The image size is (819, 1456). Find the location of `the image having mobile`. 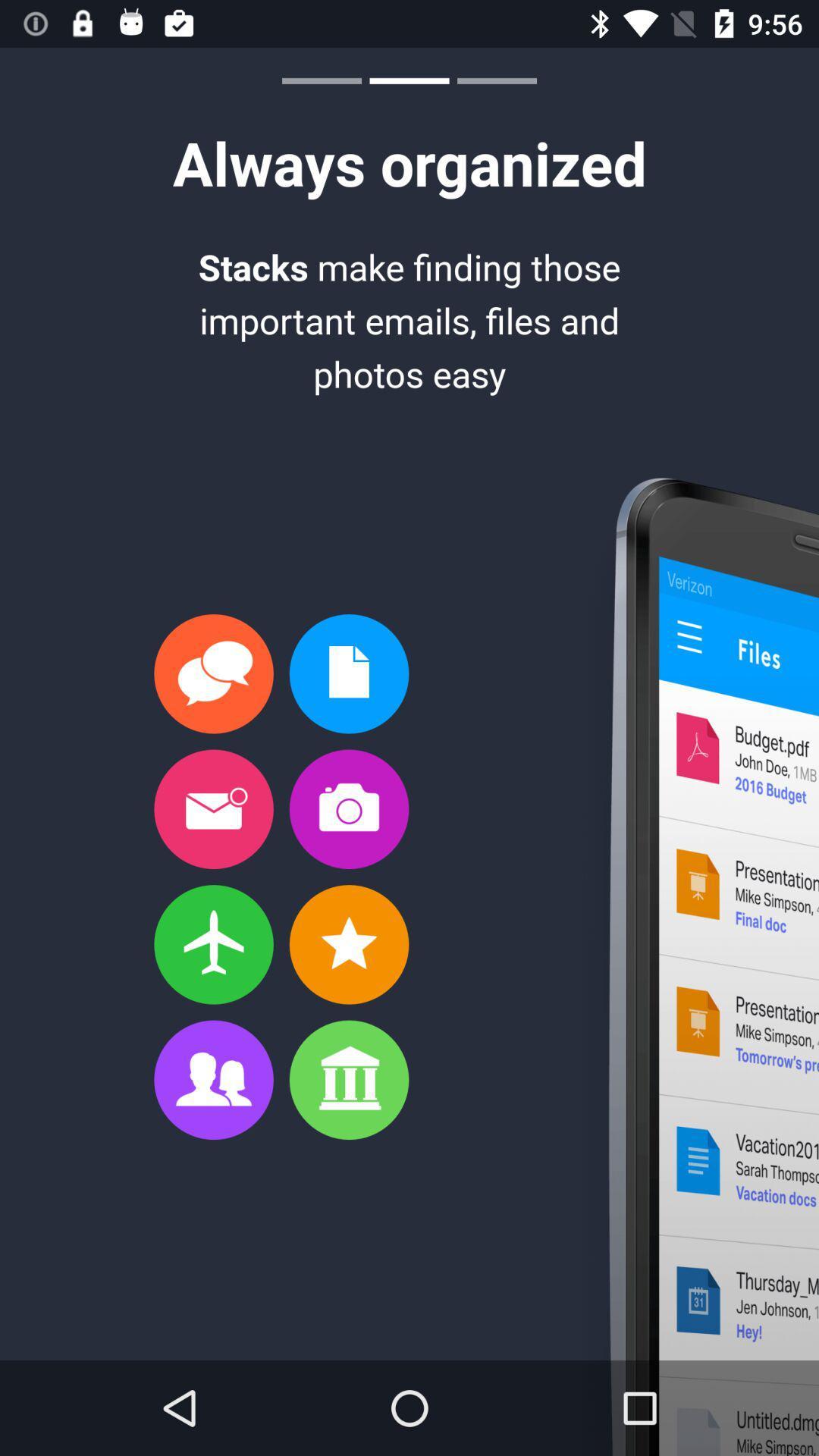

the image having mobile is located at coordinates (691, 966).